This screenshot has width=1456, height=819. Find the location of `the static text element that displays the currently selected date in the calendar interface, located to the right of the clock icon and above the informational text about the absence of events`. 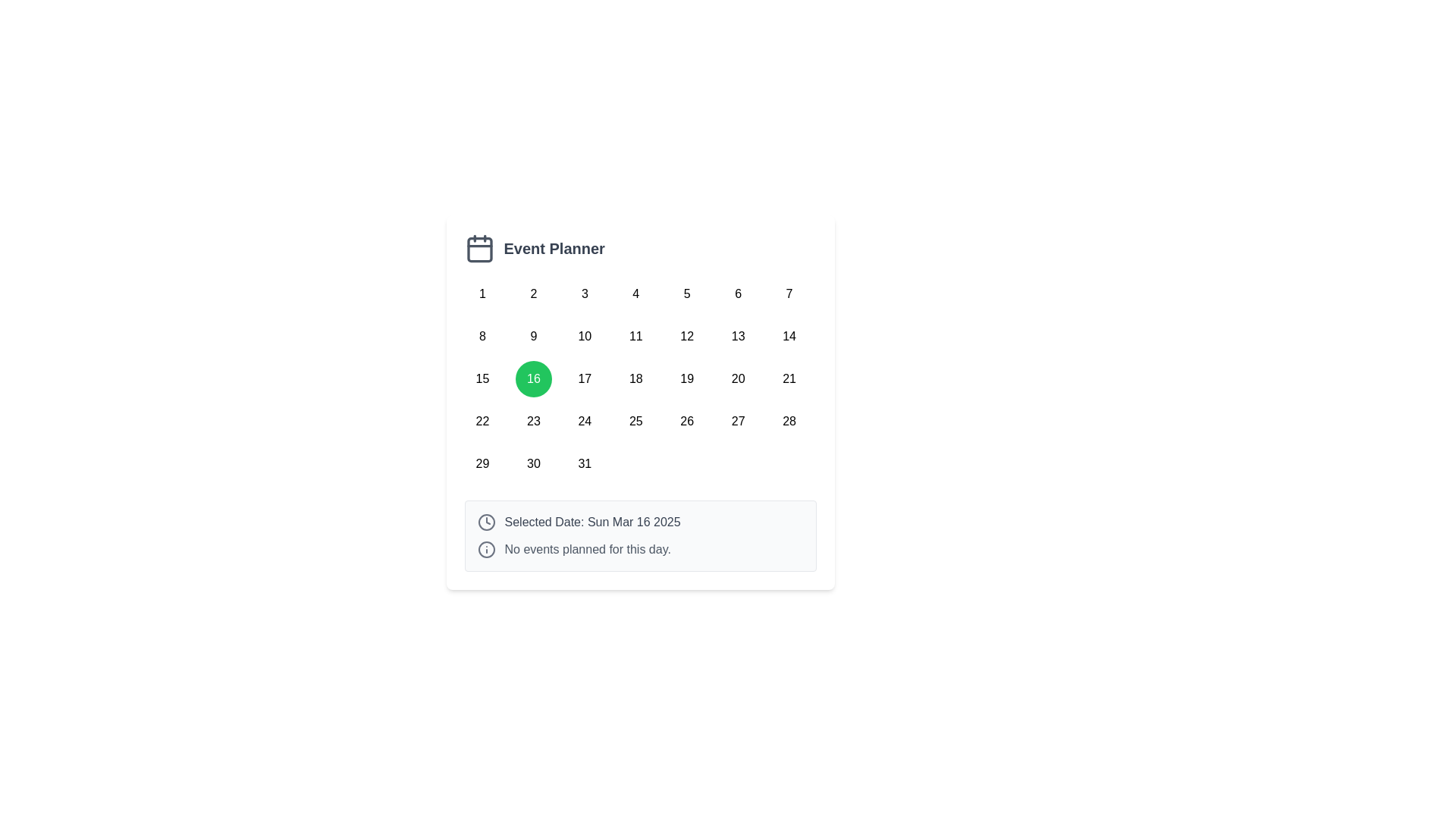

the static text element that displays the currently selected date in the calendar interface, located to the right of the clock icon and above the informational text about the absence of events is located at coordinates (591, 522).